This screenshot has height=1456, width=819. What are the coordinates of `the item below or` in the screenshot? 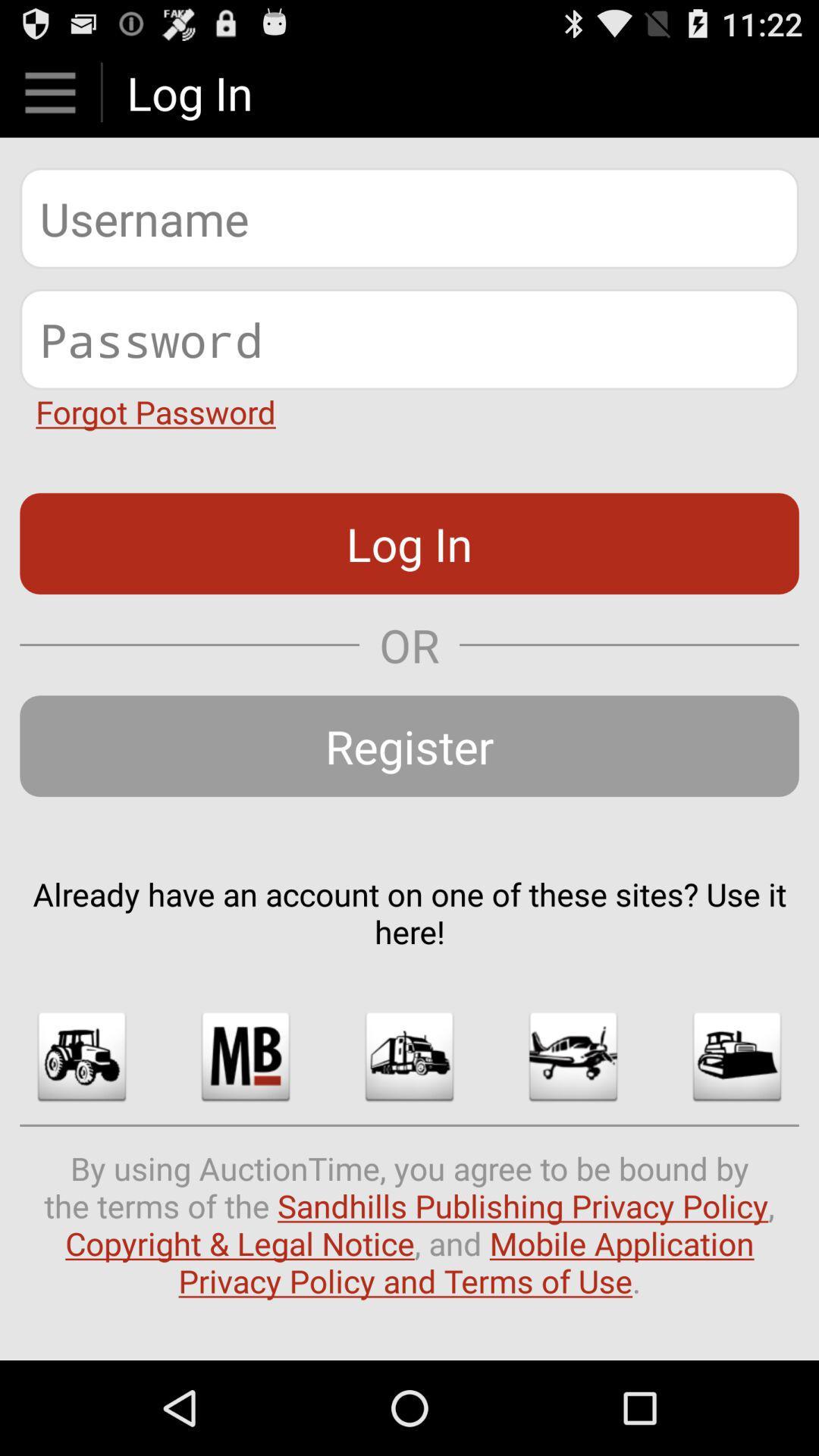 It's located at (409, 745).